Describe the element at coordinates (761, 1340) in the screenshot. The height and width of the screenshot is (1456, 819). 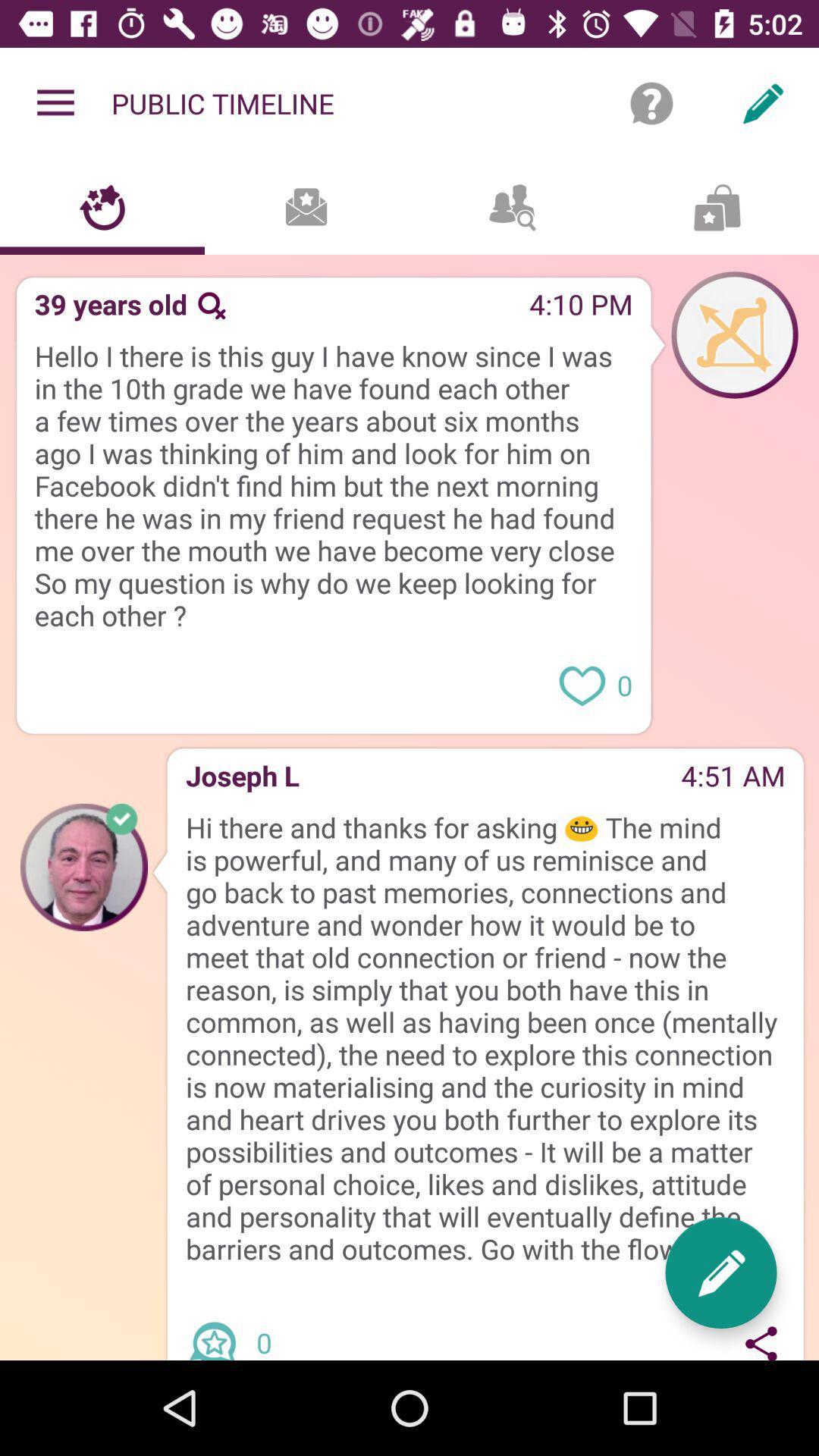
I see `share` at that location.